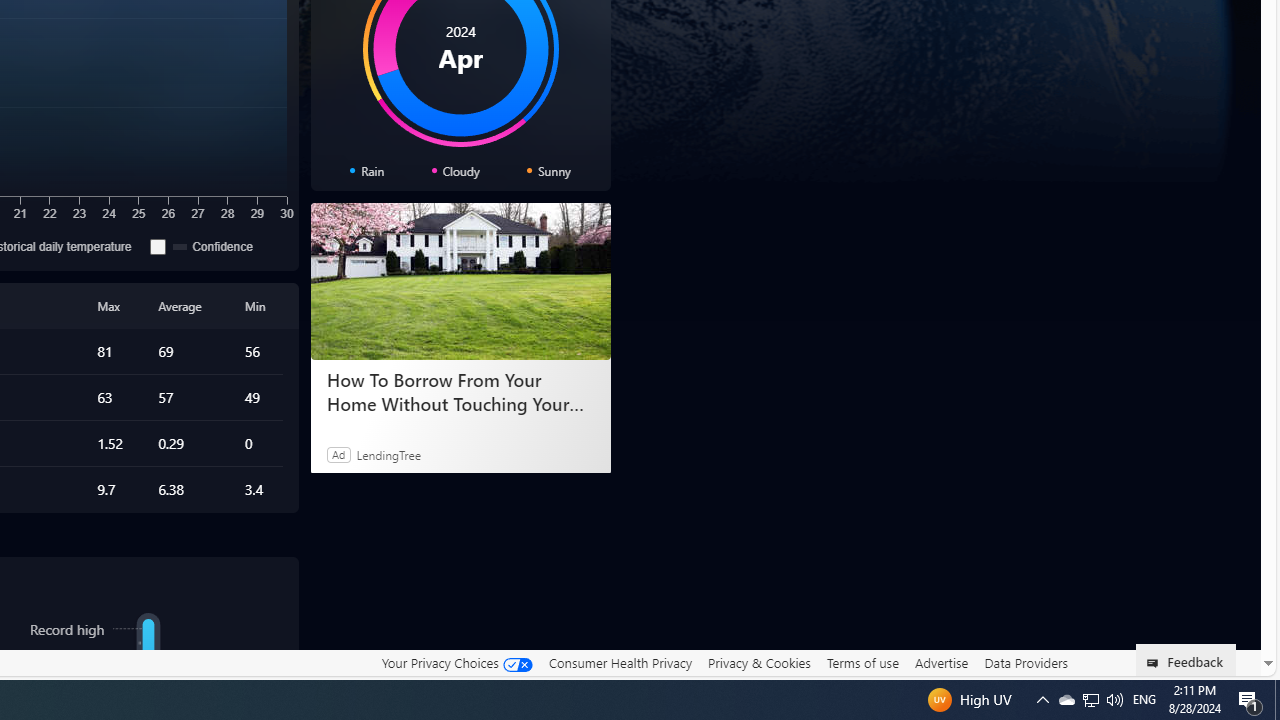 The image size is (1280, 720). Describe the element at coordinates (455, 663) in the screenshot. I see `'Your Privacy Choices'` at that location.